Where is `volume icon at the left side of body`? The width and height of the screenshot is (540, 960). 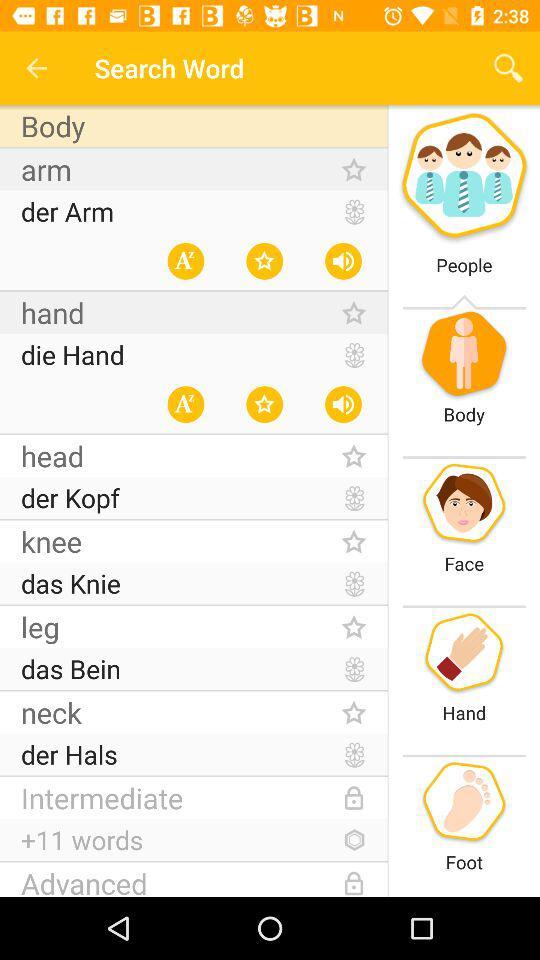
volume icon at the left side of body is located at coordinates (342, 403).